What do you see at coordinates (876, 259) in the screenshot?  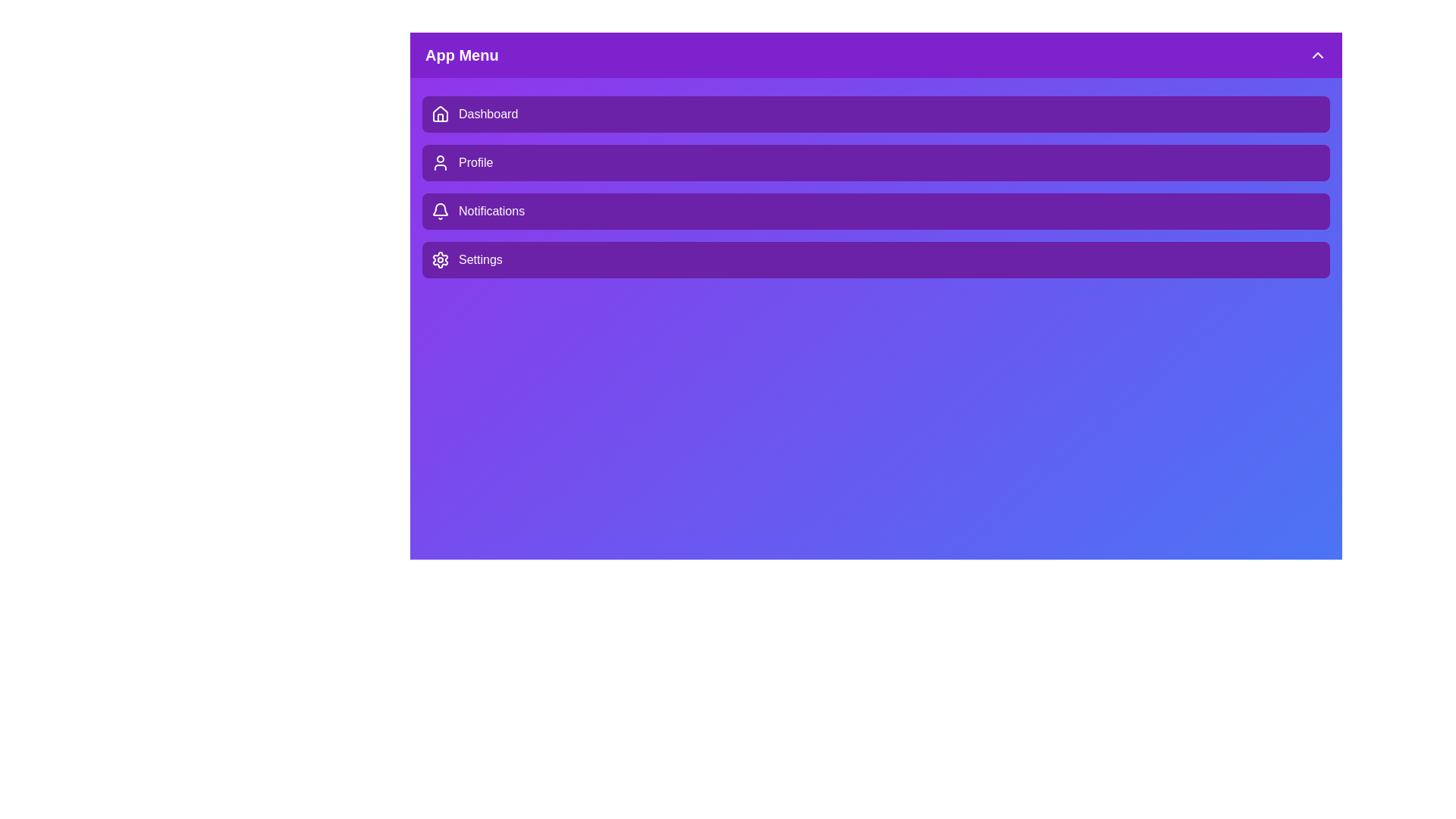 I see `the menu item Settings by clicking on it` at bounding box center [876, 259].